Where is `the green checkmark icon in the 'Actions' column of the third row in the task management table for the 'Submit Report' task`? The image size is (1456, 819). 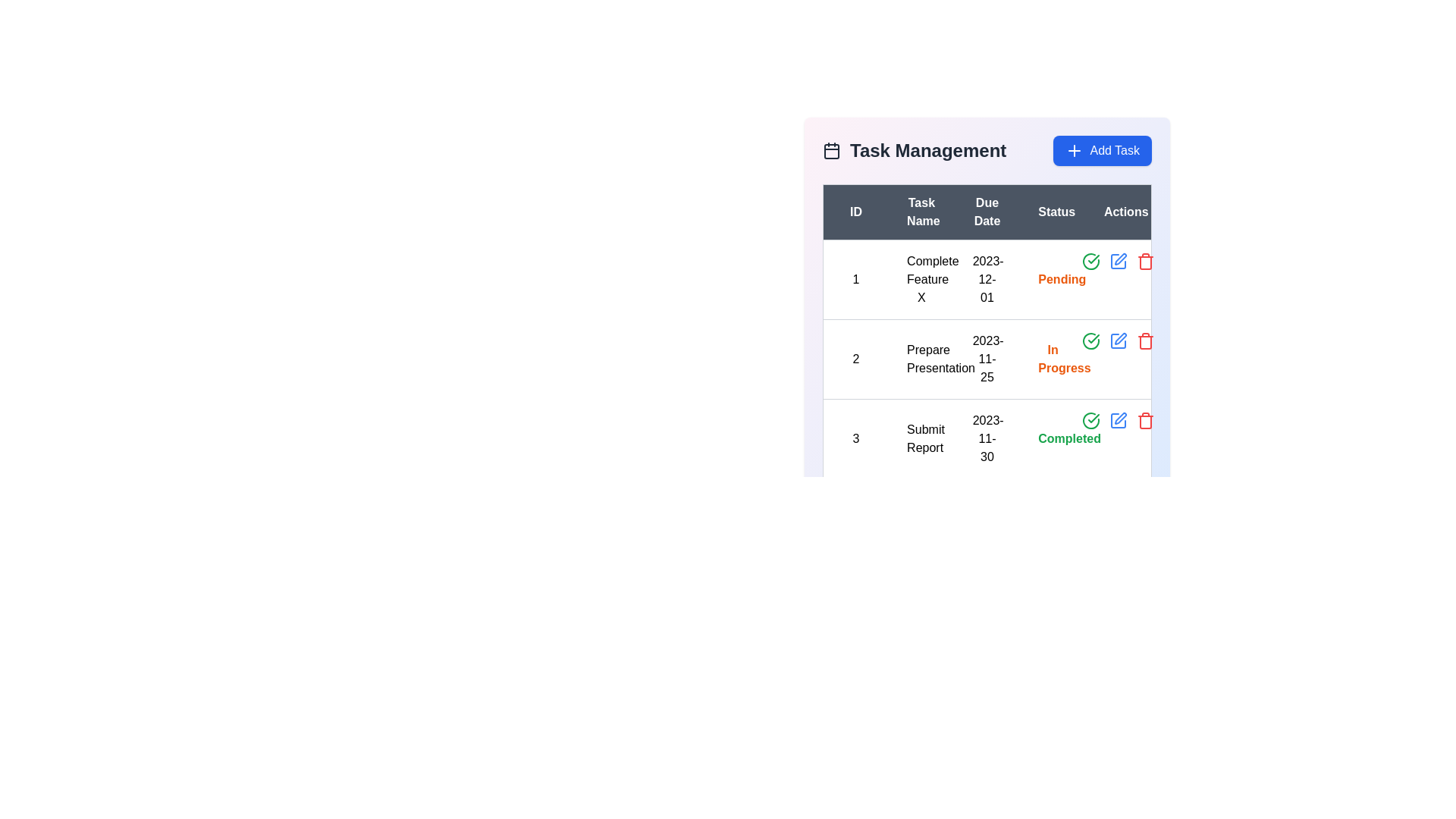
the green checkmark icon in the 'Actions' column of the third row in the task management table for the 'Submit Report' task is located at coordinates (1094, 338).